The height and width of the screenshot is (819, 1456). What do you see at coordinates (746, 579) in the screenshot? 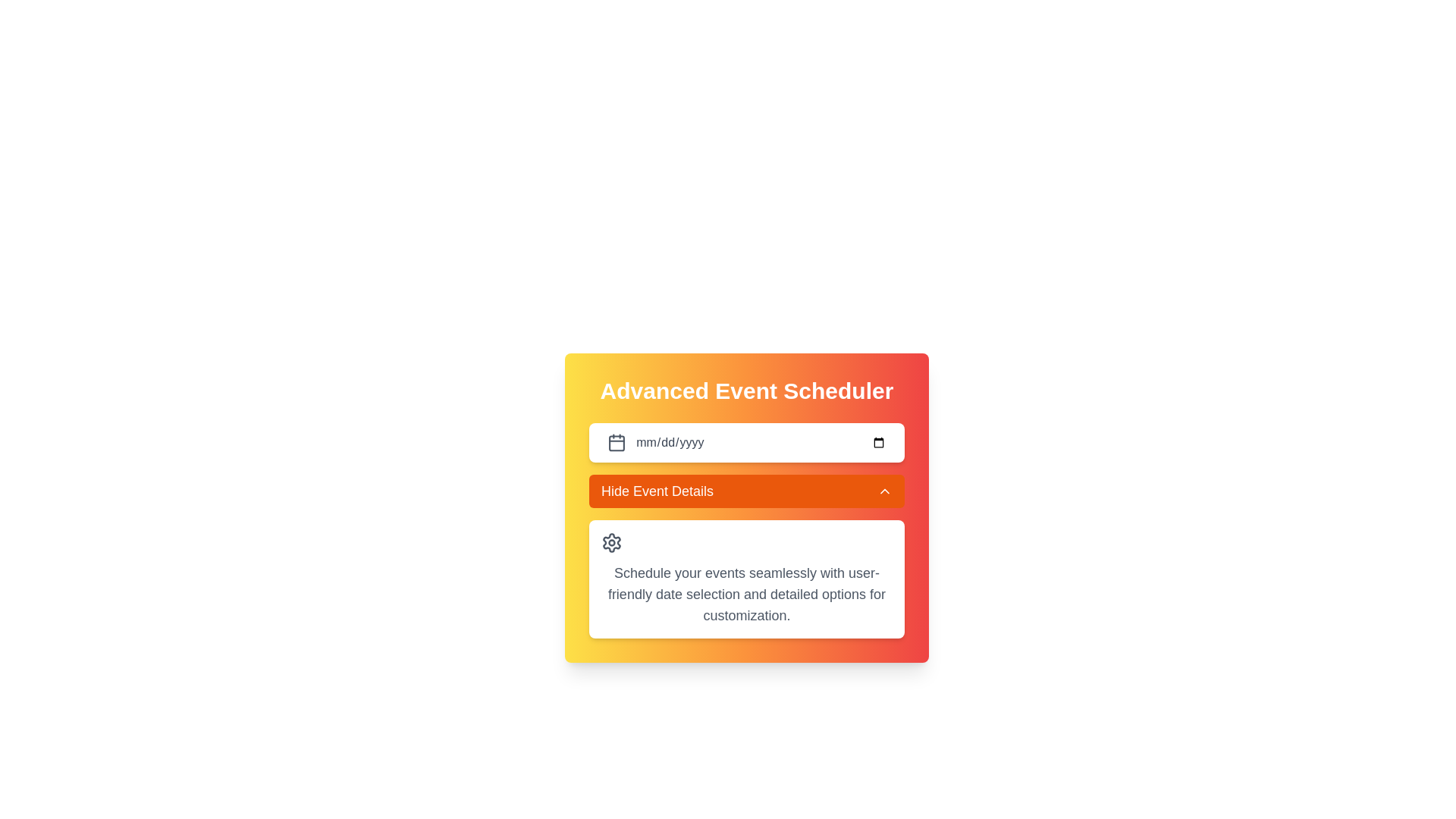
I see `the Descriptive Information Block located in the bottom section of the gradient-colored card titled 'Advanced Event Scheduler', which provides details about the functionality of the scheduler module` at bounding box center [746, 579].